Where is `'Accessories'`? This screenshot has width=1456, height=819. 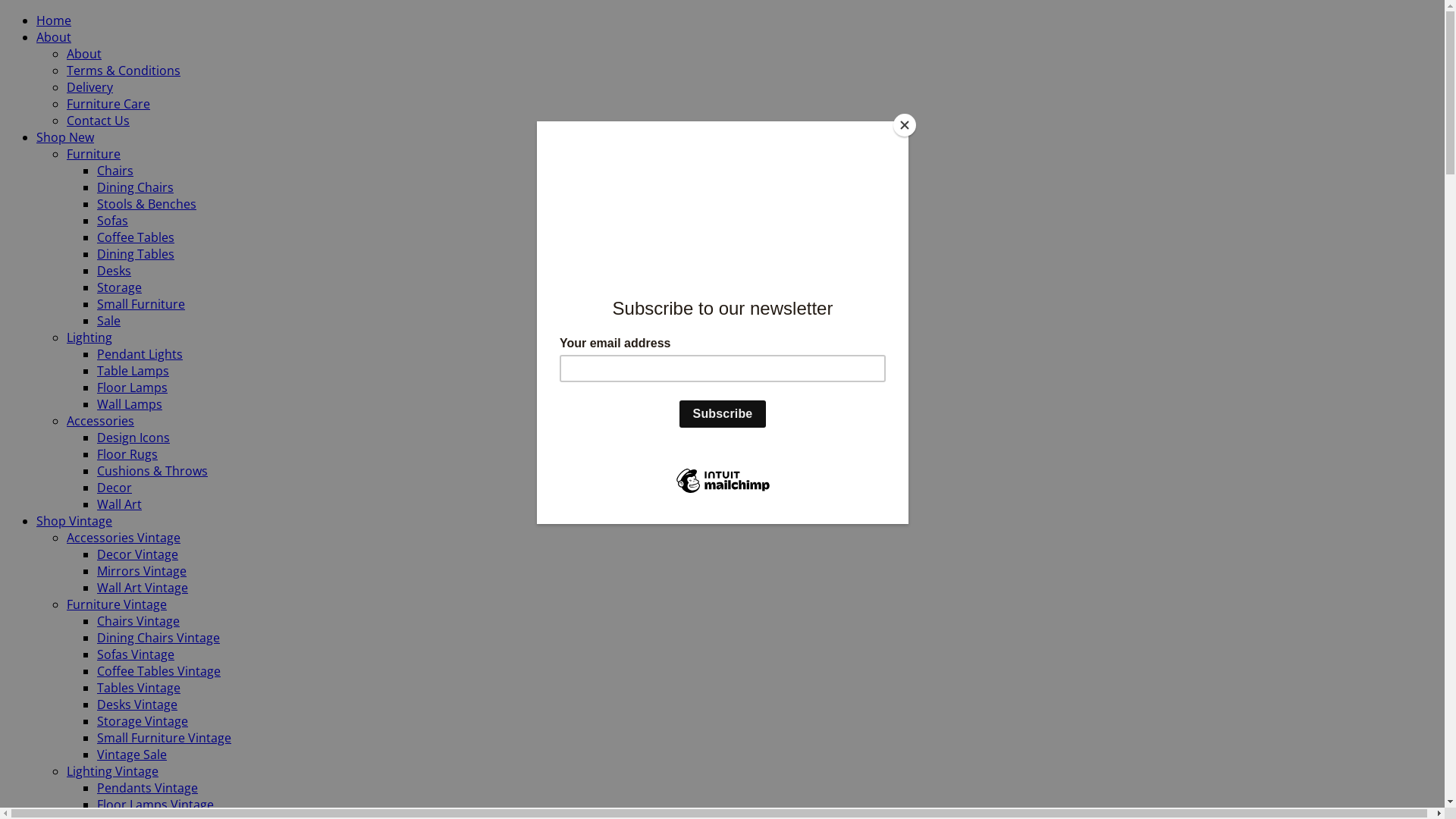 'Accessories' is located at coordinates (99, 421).